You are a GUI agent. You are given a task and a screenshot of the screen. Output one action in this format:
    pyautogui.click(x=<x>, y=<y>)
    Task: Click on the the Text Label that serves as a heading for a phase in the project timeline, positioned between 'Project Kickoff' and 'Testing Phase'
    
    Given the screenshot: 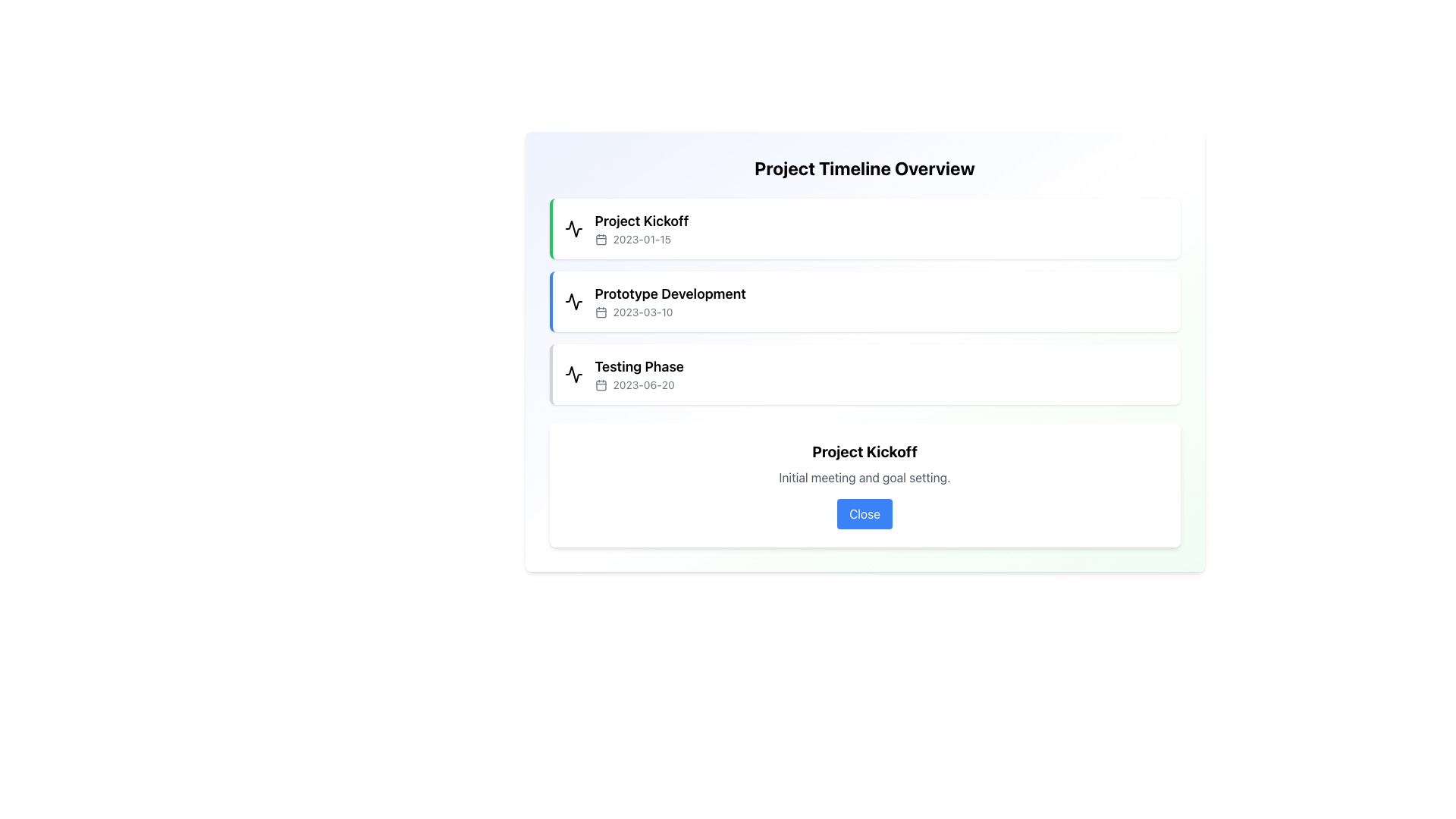 What is the action you would take?
    pyautogui.click(x=670, y=294)
    